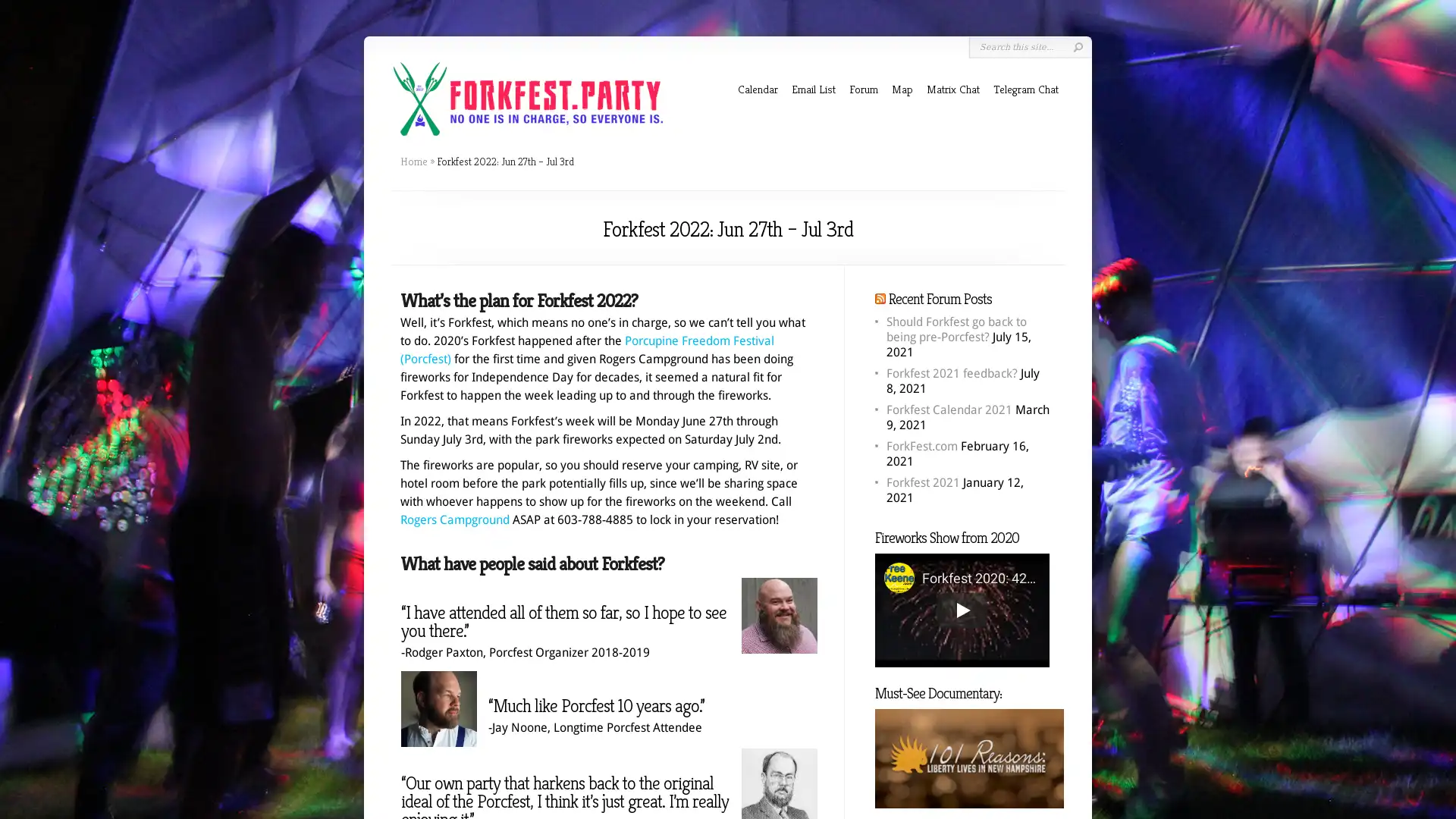  What do you see at coordinates (1077, 46) in the screenshot?
I see `Submit` at bounding box center [1077, 46].